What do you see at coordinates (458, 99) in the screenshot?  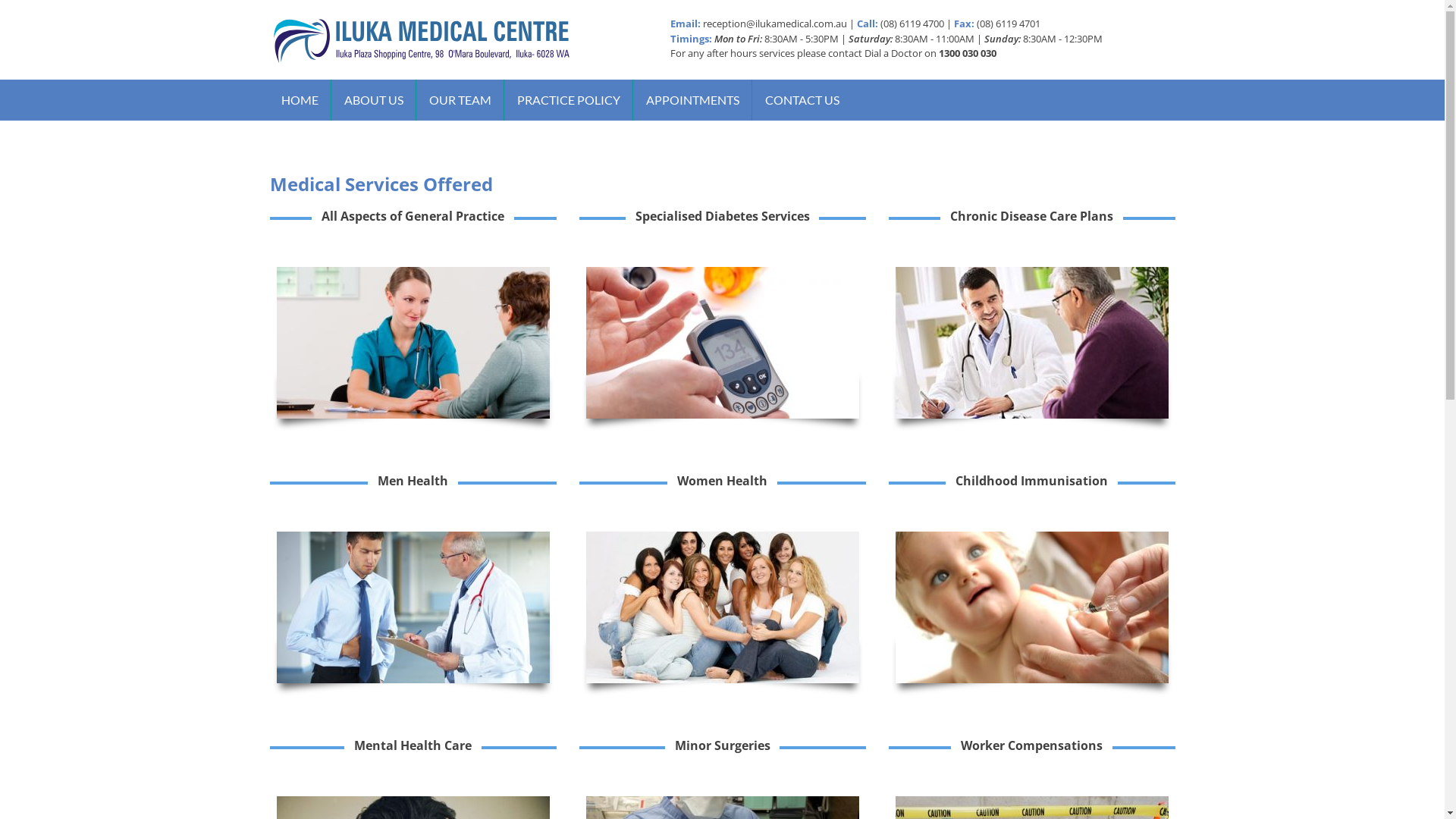 I see `'OUR TEAM'` at bounding box center [458, 99].